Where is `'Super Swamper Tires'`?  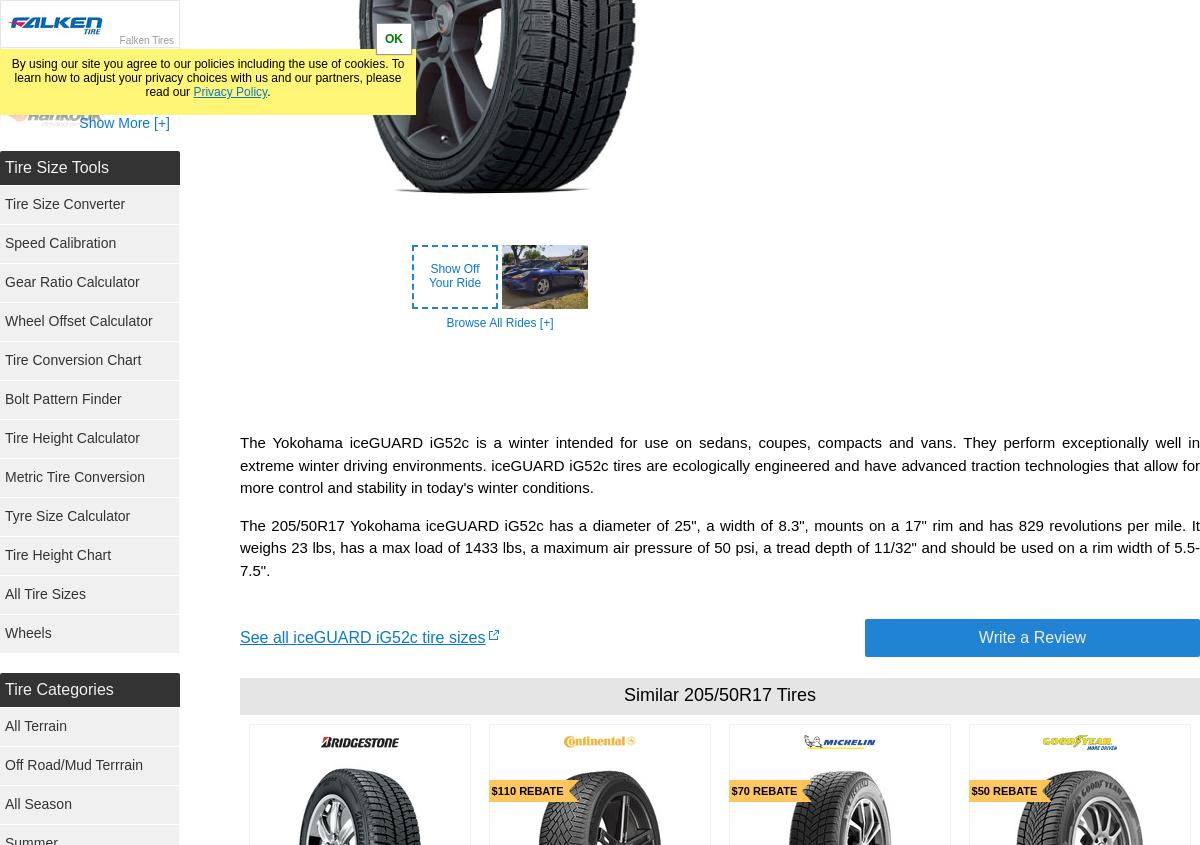
'Super Swamper Tires' is located at coordinates (125, 415).